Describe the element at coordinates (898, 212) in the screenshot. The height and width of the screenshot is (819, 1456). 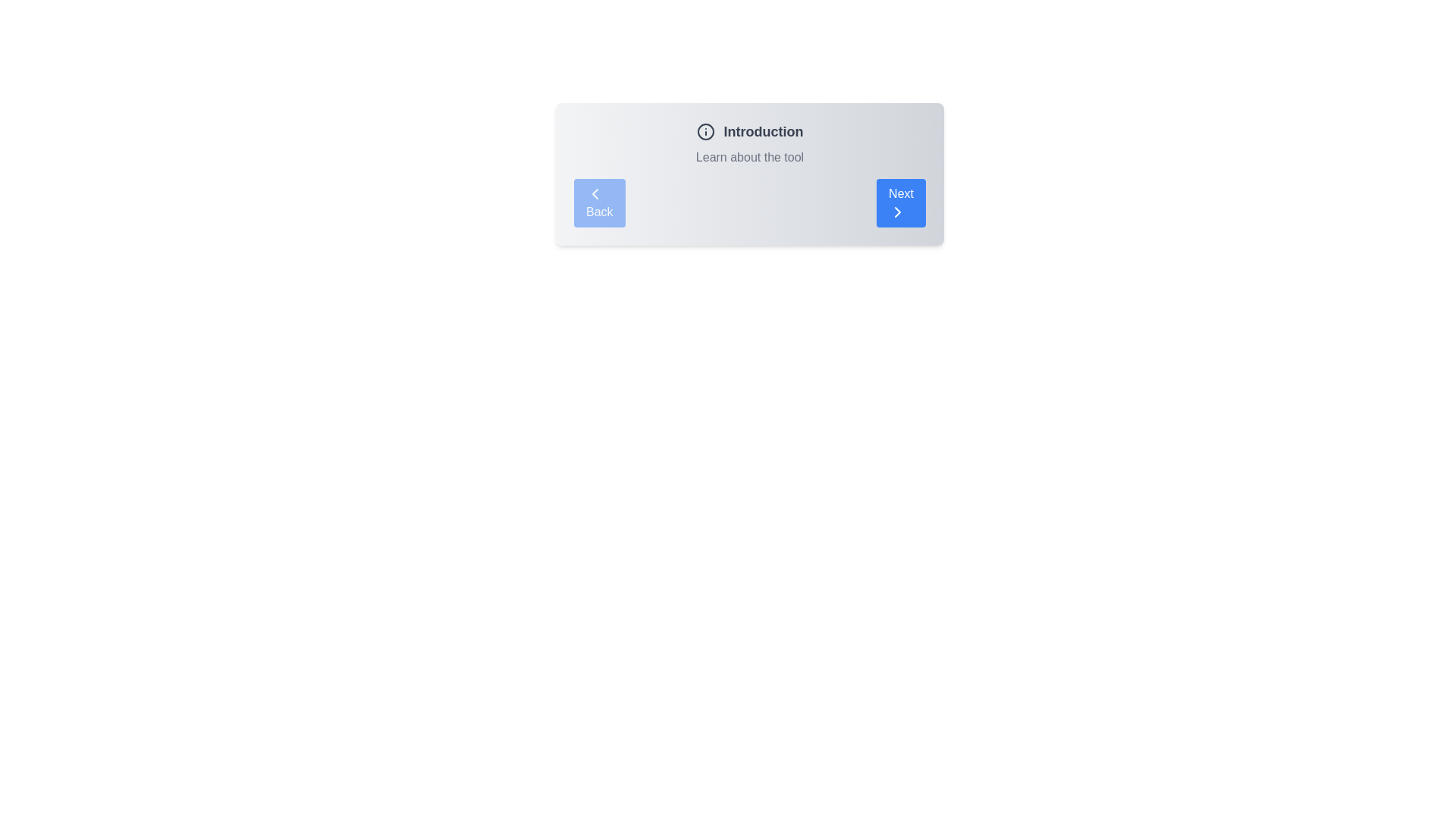
I see `the rightward chevron icon located inside the 'Next' button on the panel, which indicates it leads to the next step when clicked` at that location.